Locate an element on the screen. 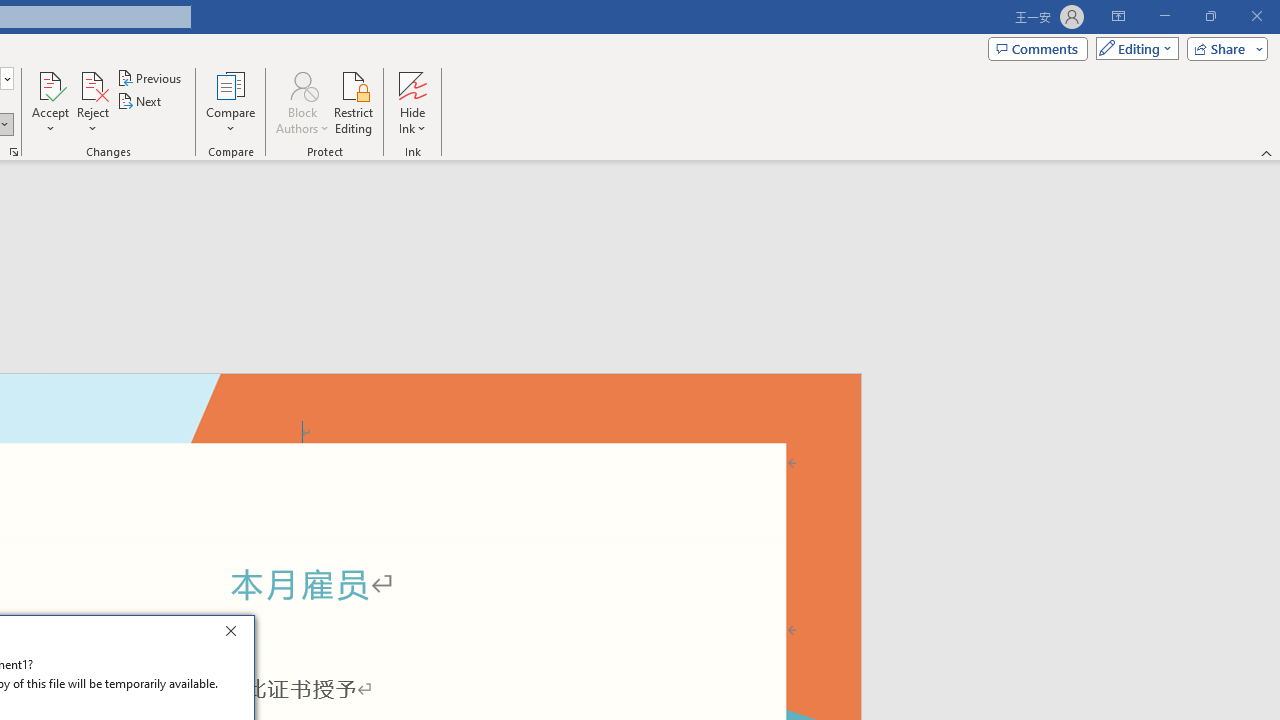 This screenshot has width=1280, height=720. 'Block Authors' is located at coordinates (301, 84).